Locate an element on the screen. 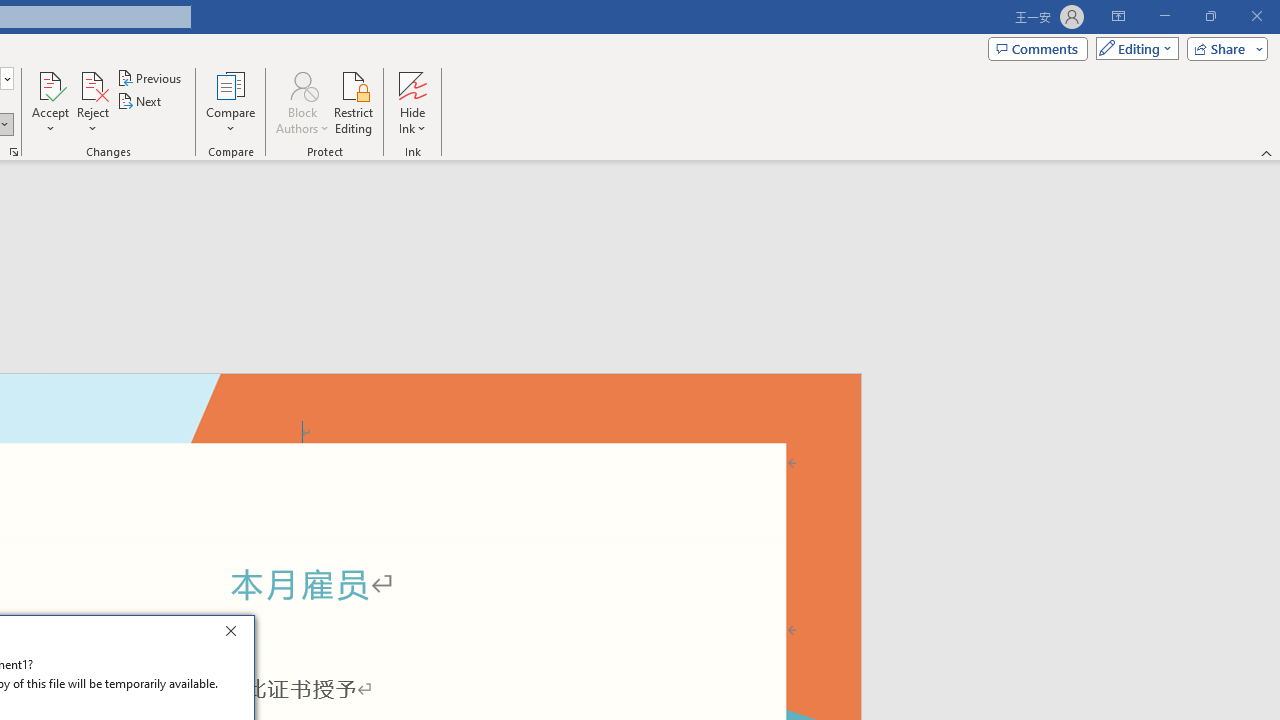 This screenshot has width=1280, height=720. 'Block Authors' is located at coordinates (301, 84).